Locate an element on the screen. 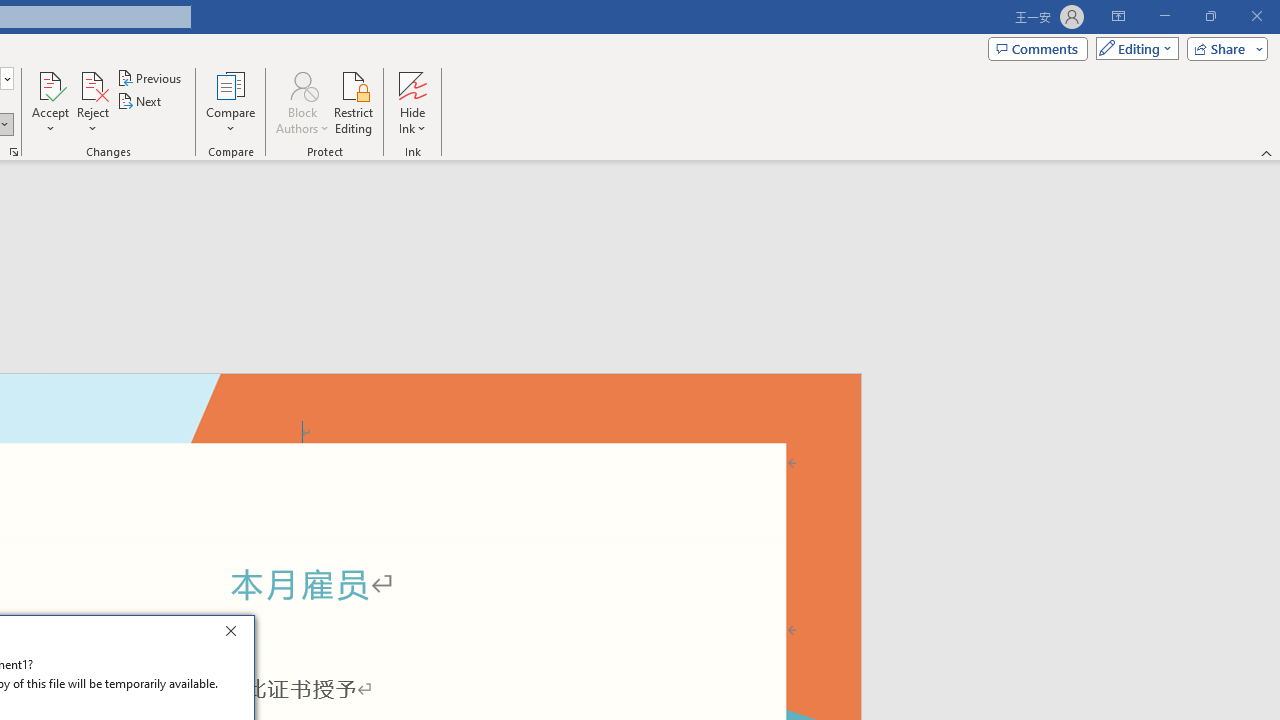 This screenshot has width=1280, height=720. 'Block Authors' is located at coordinates (301, 84).